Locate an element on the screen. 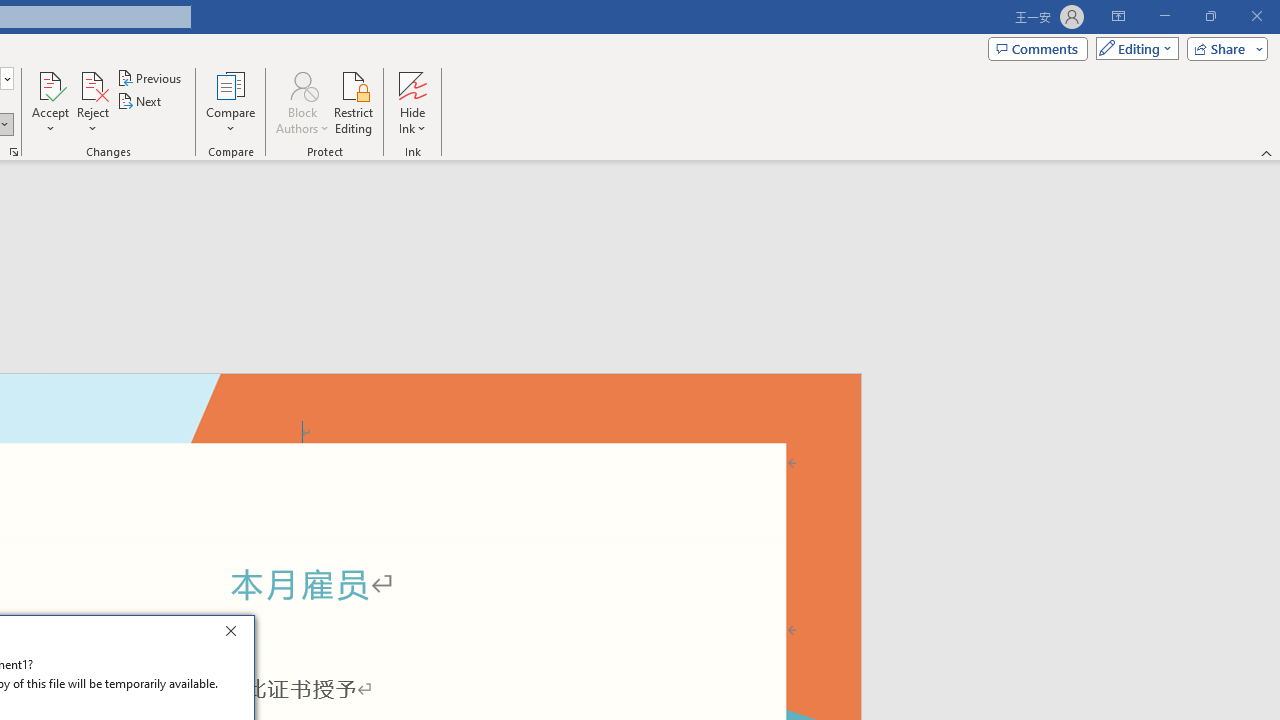 This screenshot has width=1280, height=720. 'Block Authors' is located at coordinates (301, 84).